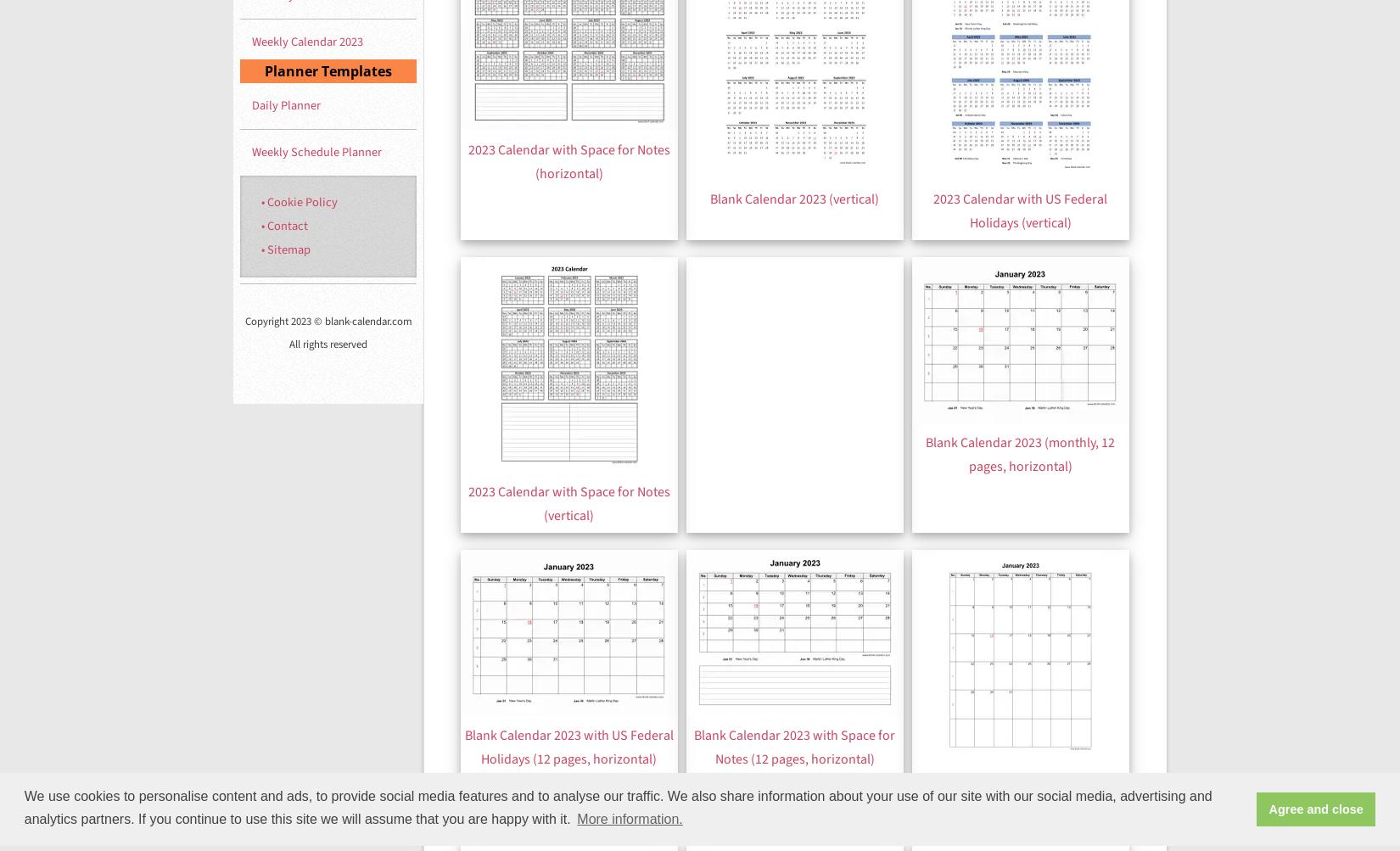 This screenshot has width=1400, height=851. Describe the element at coordinates (328, 344) in the screenshot. I see `'All rights reserved'` at that location.